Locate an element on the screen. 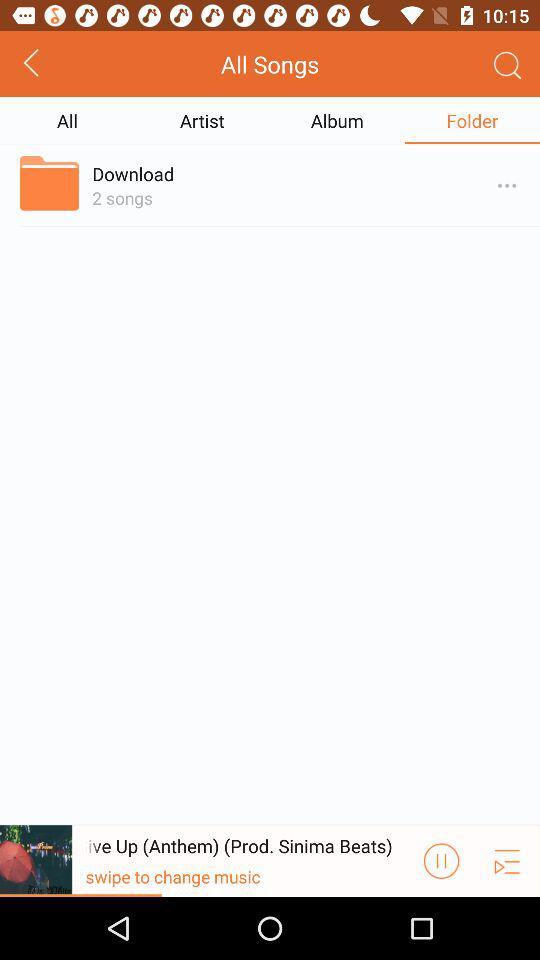  the pause icon is located at coordinates (441, 921).